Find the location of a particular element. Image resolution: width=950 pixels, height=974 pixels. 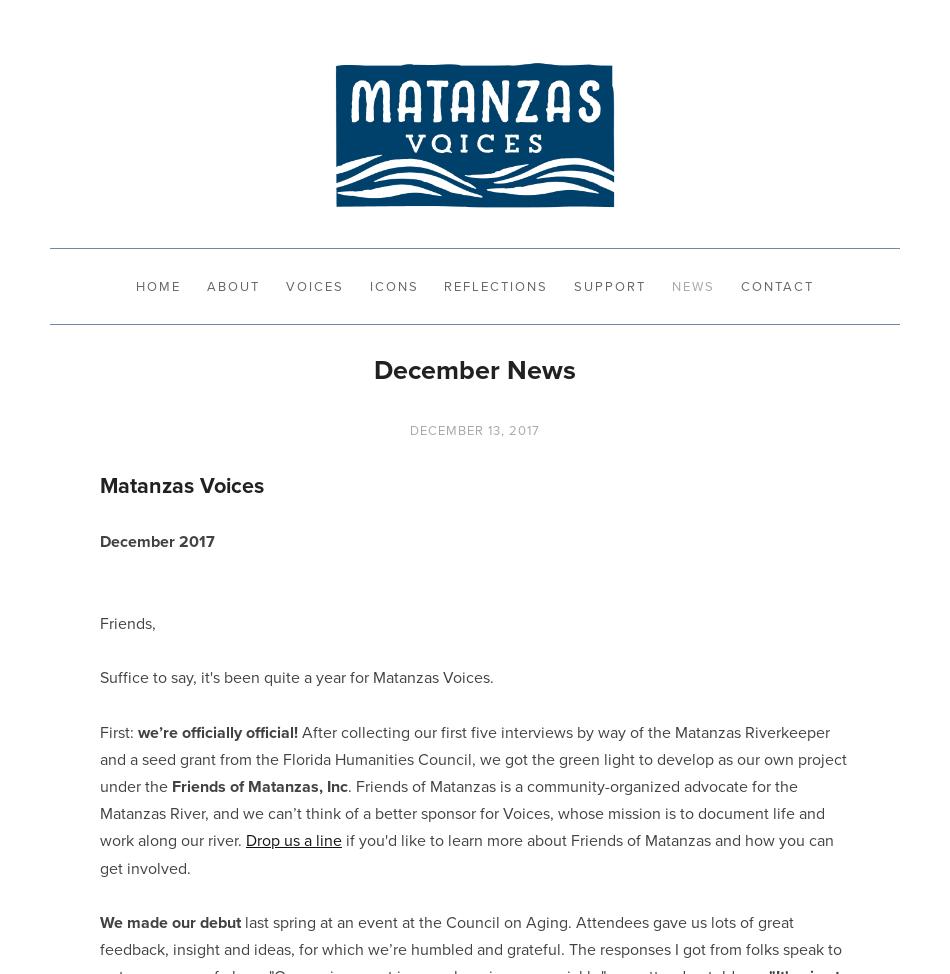

'Voices' is located at coordinates (284, 284).